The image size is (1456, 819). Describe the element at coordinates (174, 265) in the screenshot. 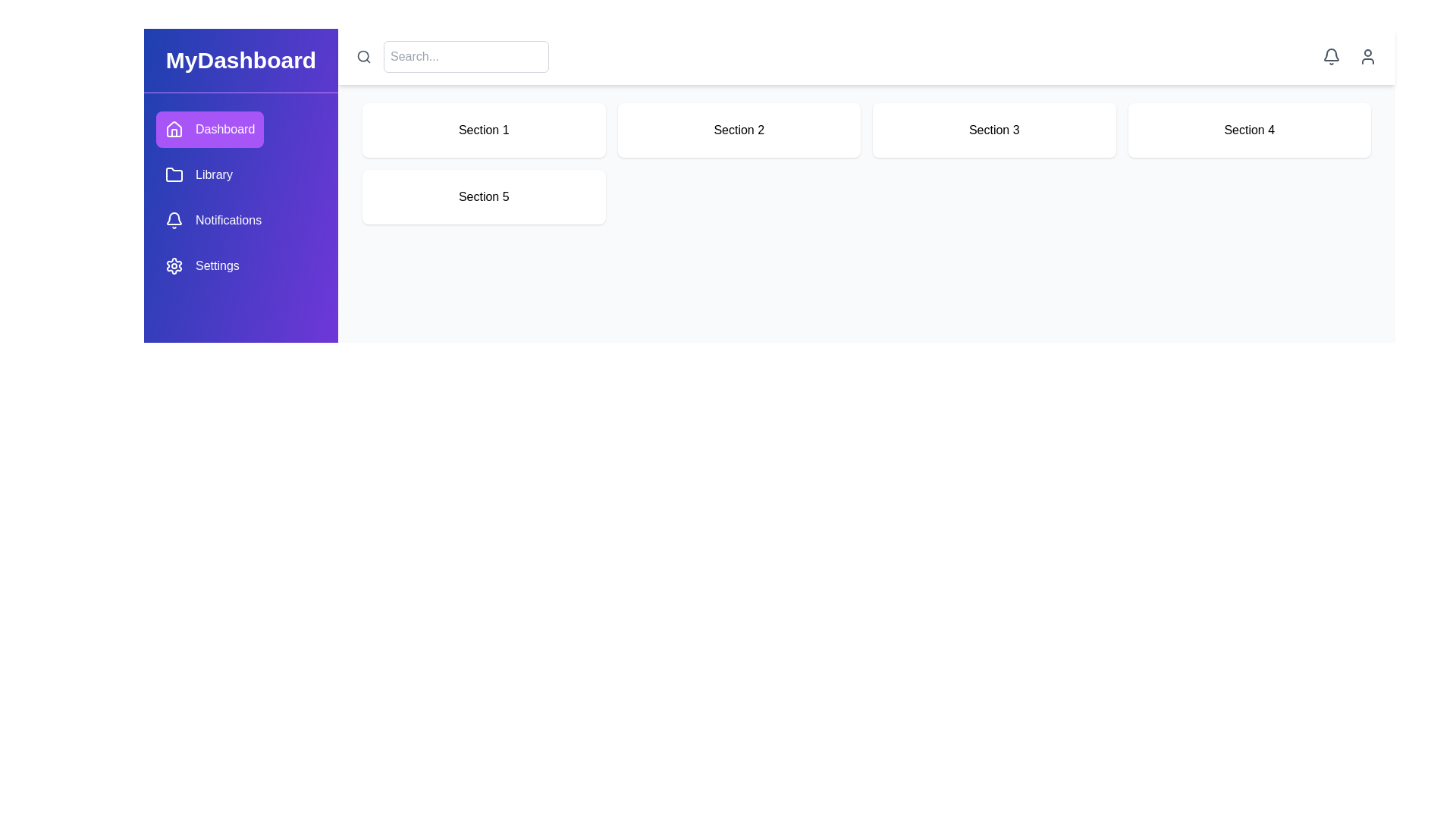

I see `the gear icon located at the bottom of the sidebar, which represents the settings option` at that location.